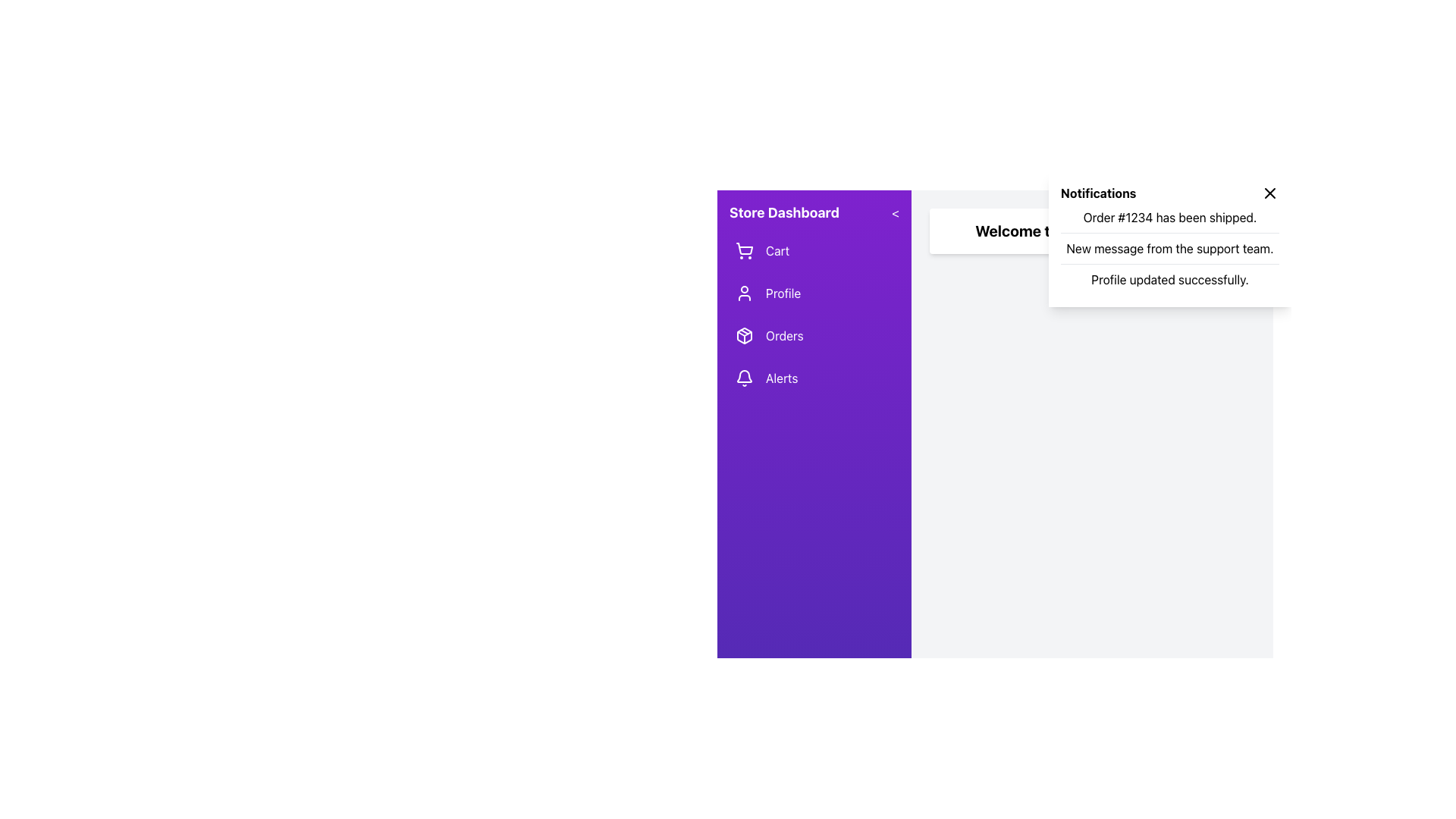 Image resolution: width=1456 pixels, height=819 pixels. Describe the element at coordinates (745, 335) in the screenshot. I see `the package icon located to the left of the 'Orders' text in the vertical menu list on a purple background` at that location.